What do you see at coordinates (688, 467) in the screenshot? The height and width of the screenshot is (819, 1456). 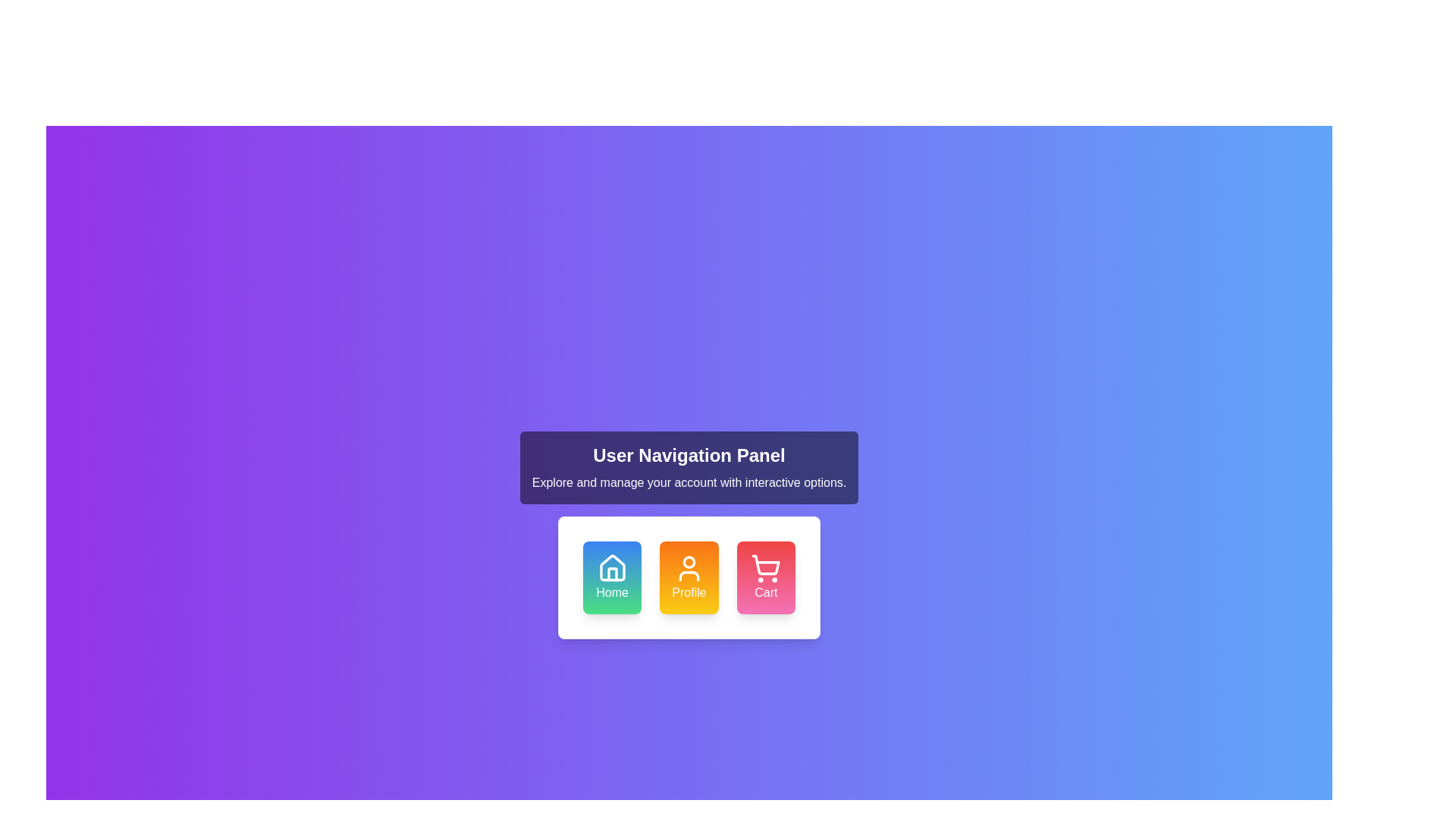 I see `the Informational panel located centrally above the grid layout of buttons, which serves to introduce the navigation options to the user` at bounding box center [688, 467].